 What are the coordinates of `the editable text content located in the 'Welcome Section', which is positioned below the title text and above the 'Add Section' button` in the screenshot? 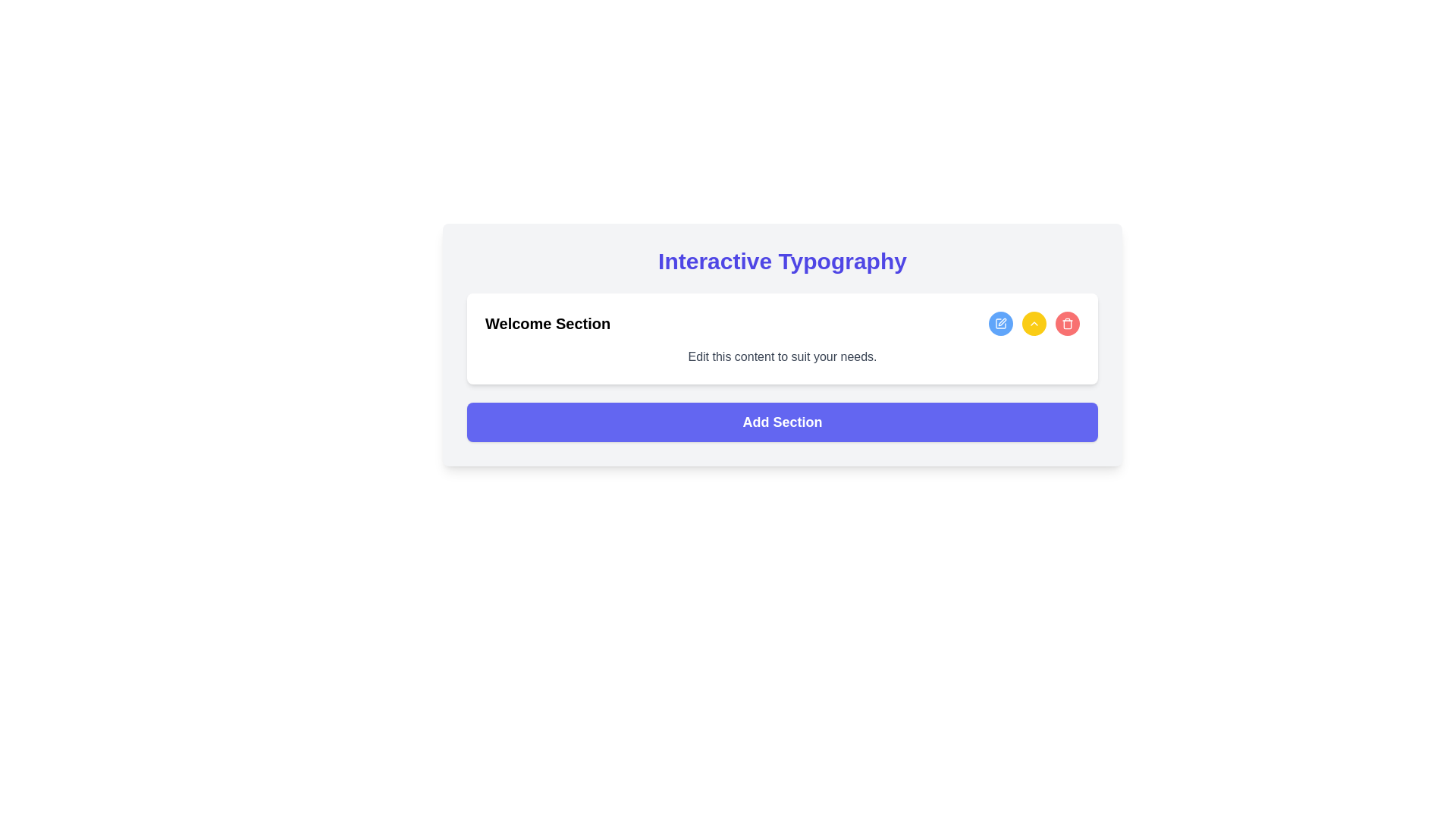 It's located at (783, 356).